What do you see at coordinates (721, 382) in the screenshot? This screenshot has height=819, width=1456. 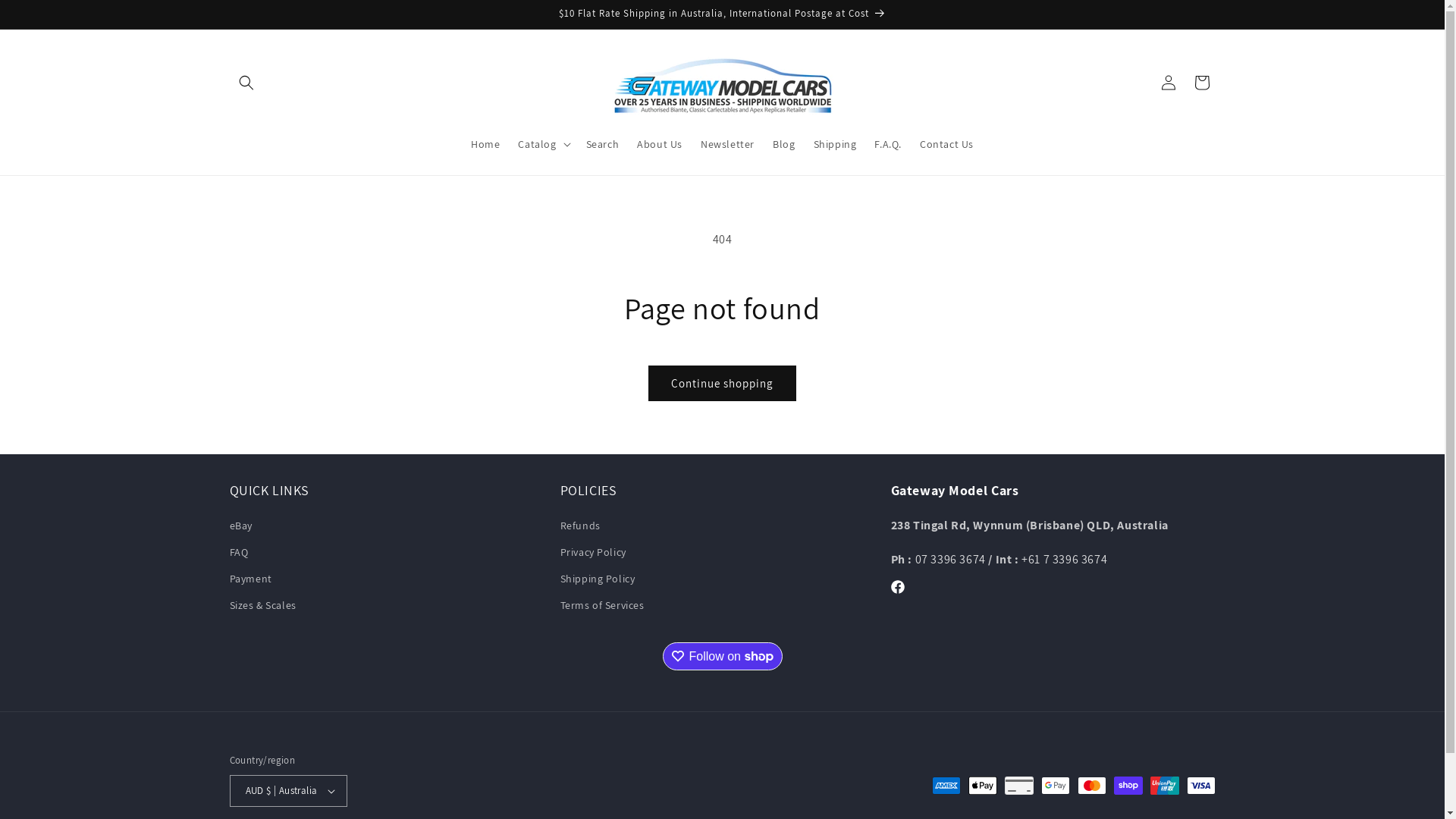 I see `'Continue shopping'` at bounding box center [721, 382].